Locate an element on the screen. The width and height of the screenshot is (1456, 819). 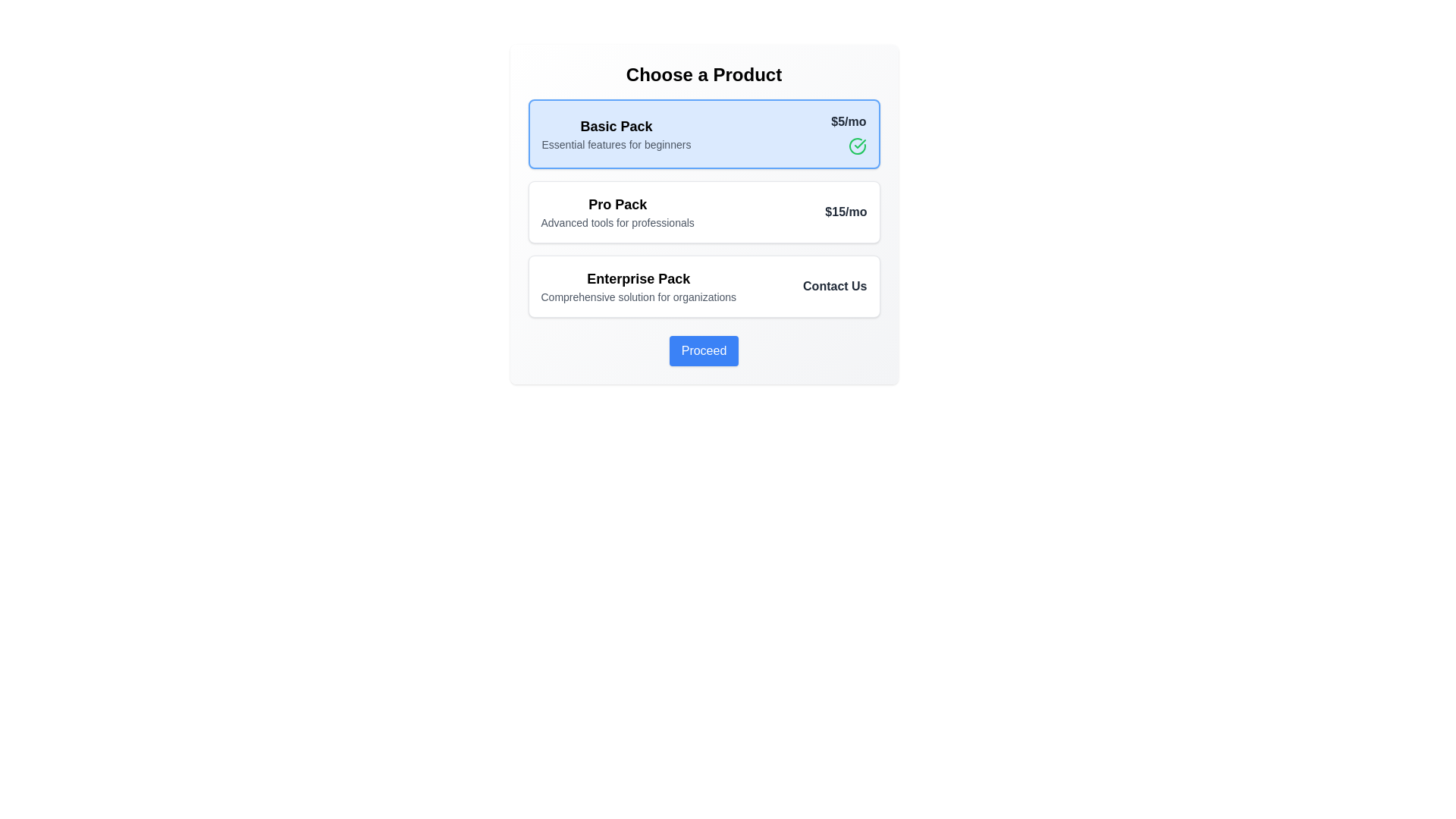
the 'Pro Pack' selectable card, the second card in the list of product choices is located at coordinates (703, 214).